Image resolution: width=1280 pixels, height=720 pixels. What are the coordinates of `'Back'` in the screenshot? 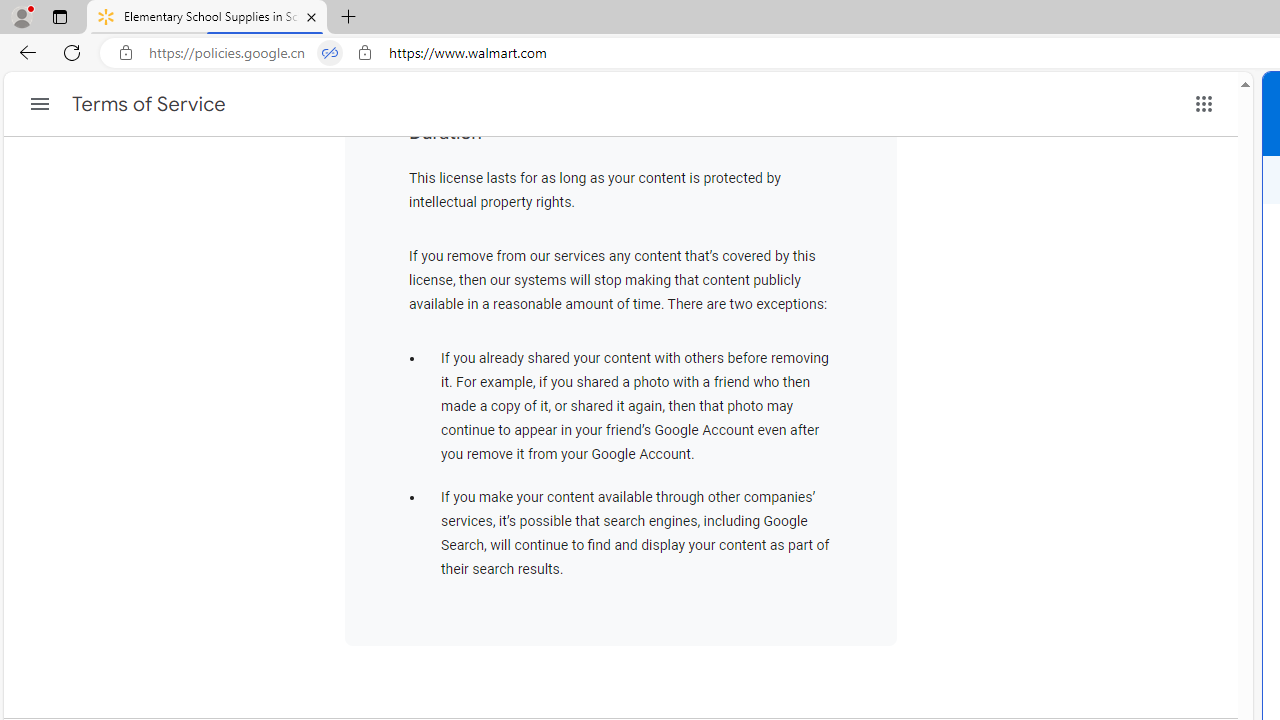 It's located at (24, 51).